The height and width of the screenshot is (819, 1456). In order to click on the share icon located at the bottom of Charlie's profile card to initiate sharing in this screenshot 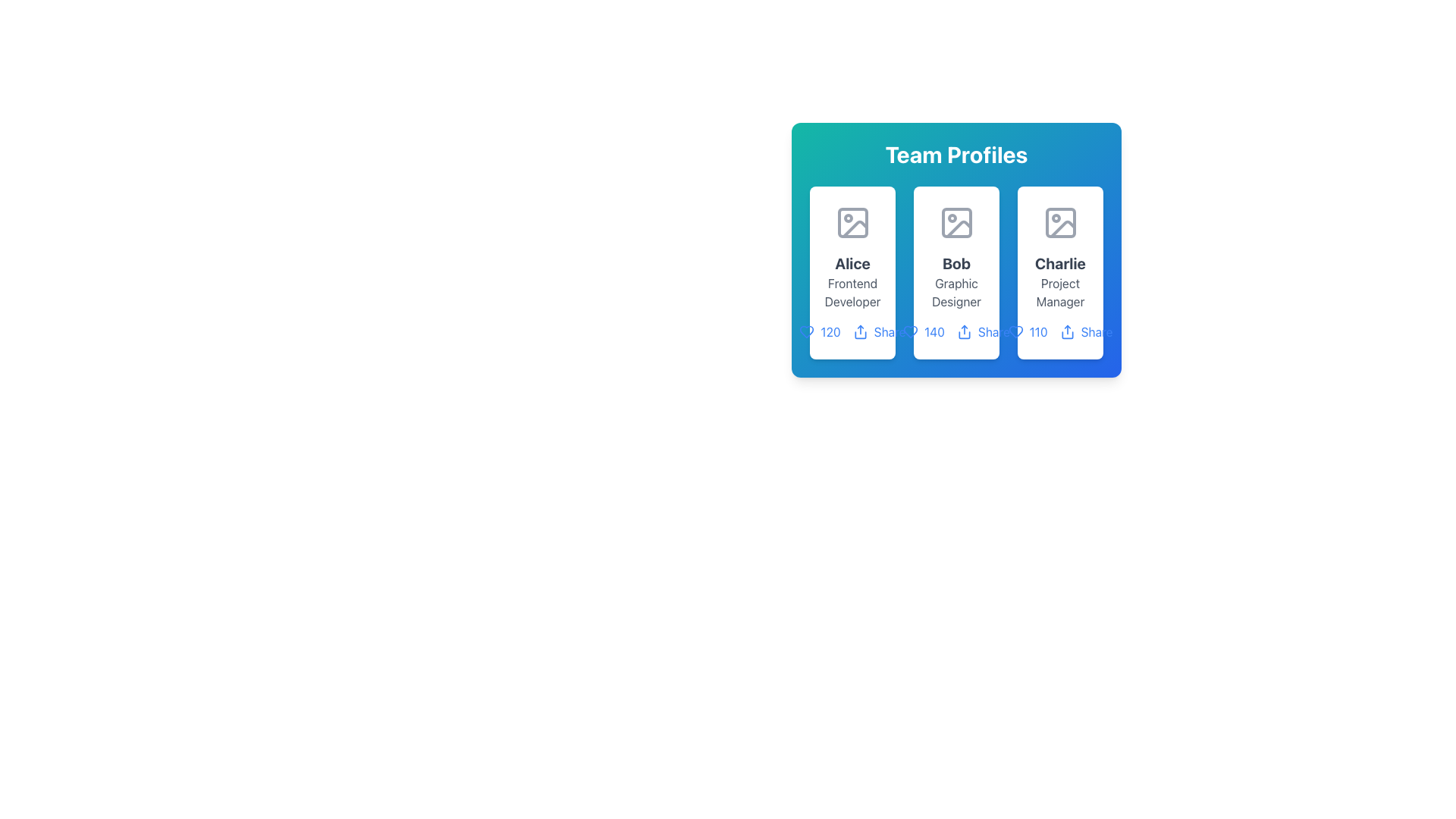, I will do `click(1059, 331)`.